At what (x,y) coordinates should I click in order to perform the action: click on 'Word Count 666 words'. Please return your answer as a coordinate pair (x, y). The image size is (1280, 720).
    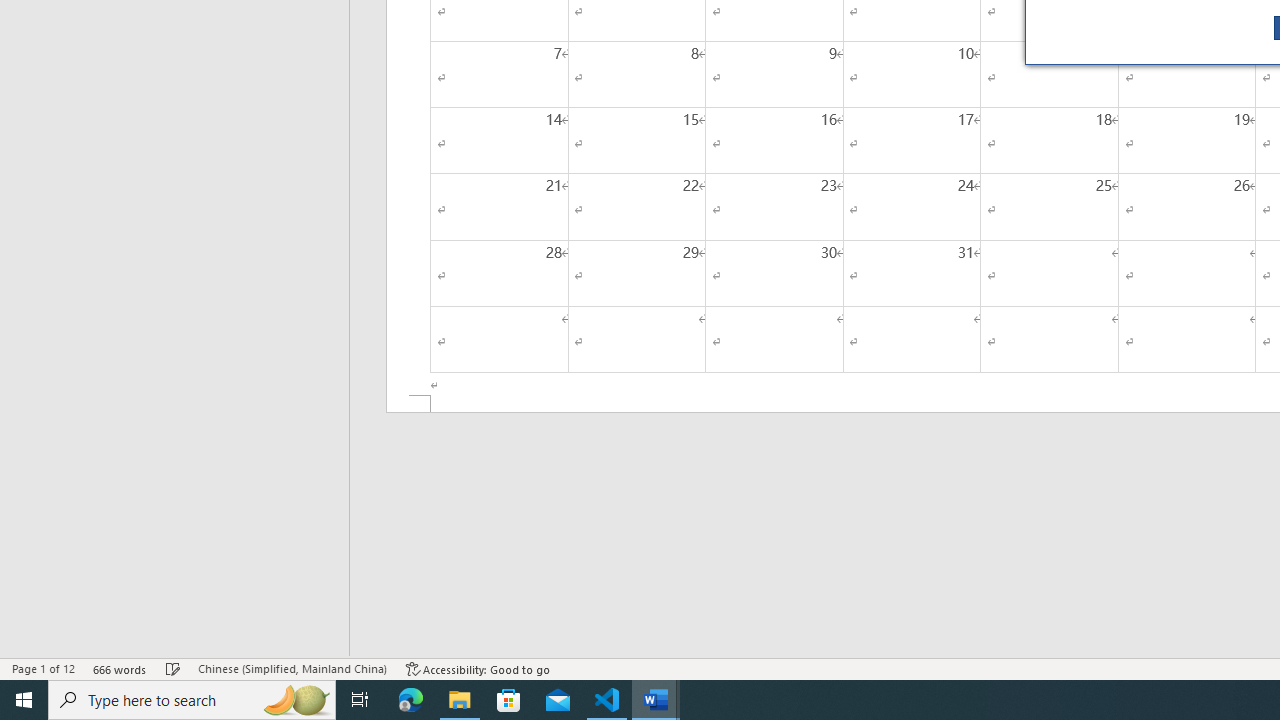
    Looking at the image, I should click on (119, 669).